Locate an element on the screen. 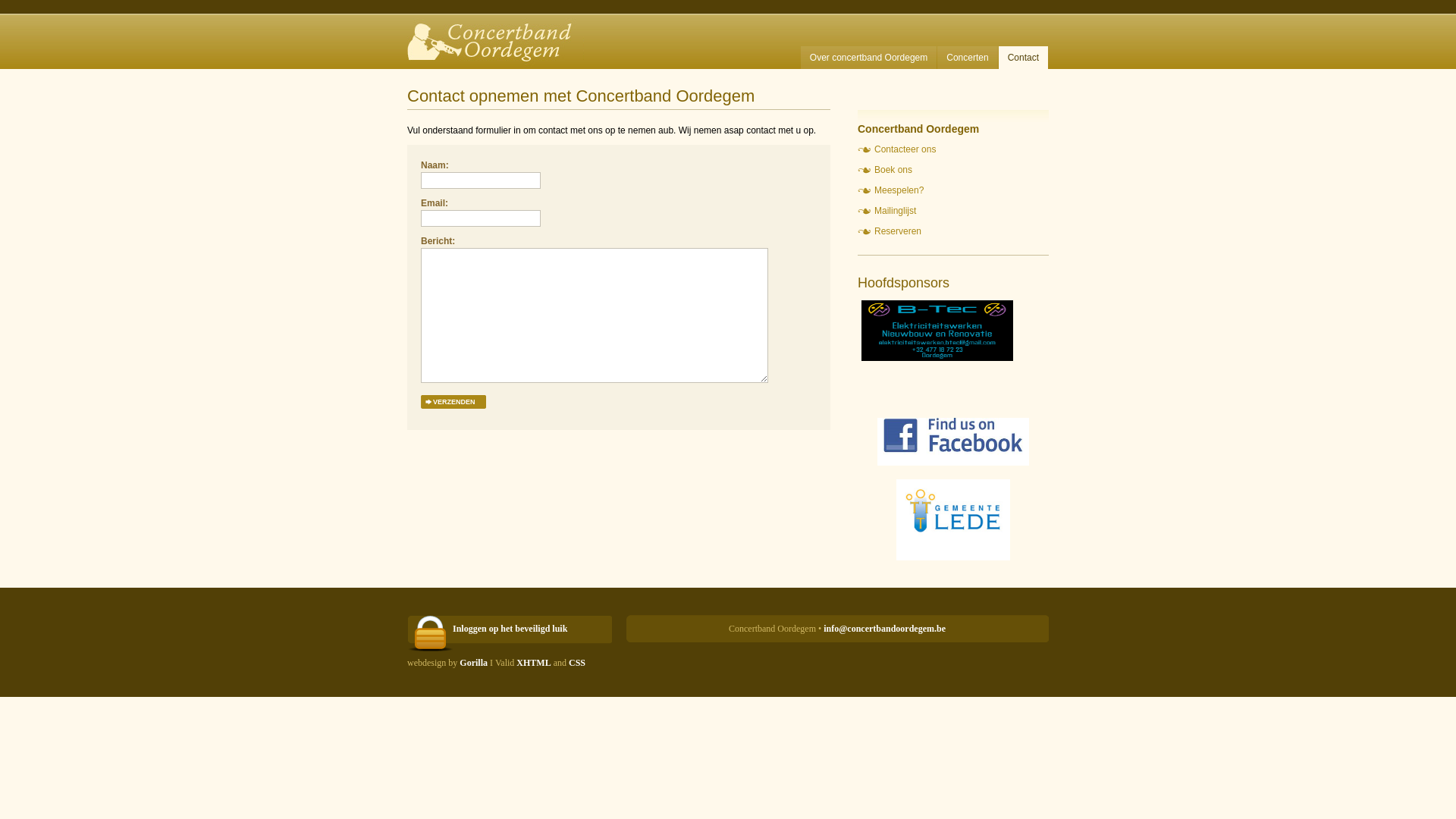 Image resolution: width=1456 pixels, height=819 pixels. 'Concertband Oordegem' is located at coordinates (407, 34).